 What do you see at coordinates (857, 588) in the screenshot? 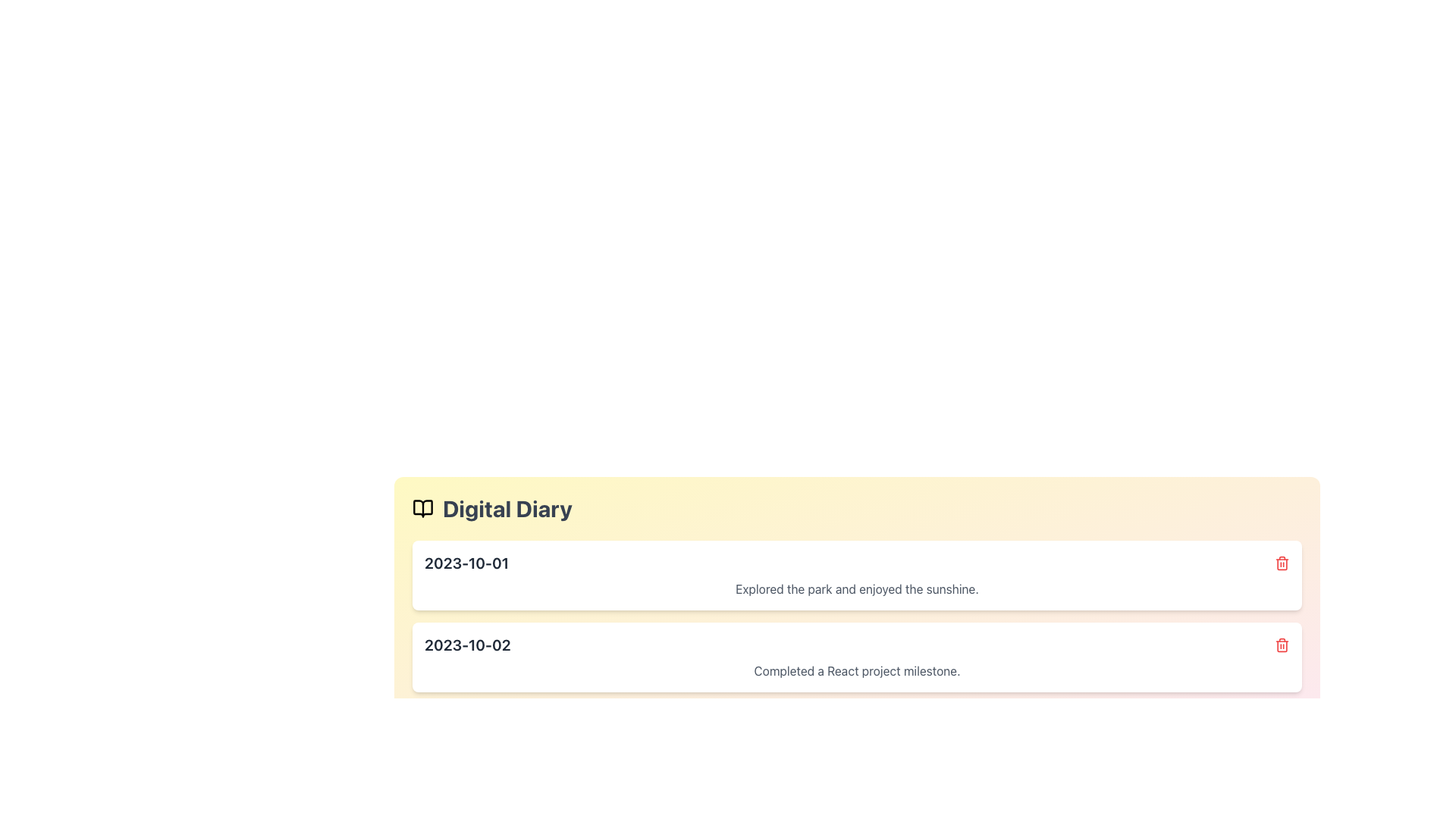
I see `the informational text label displaying a diary entry located below the date '2023-10-01' and to the right of the trash icon` at bounding box center [857, 588].